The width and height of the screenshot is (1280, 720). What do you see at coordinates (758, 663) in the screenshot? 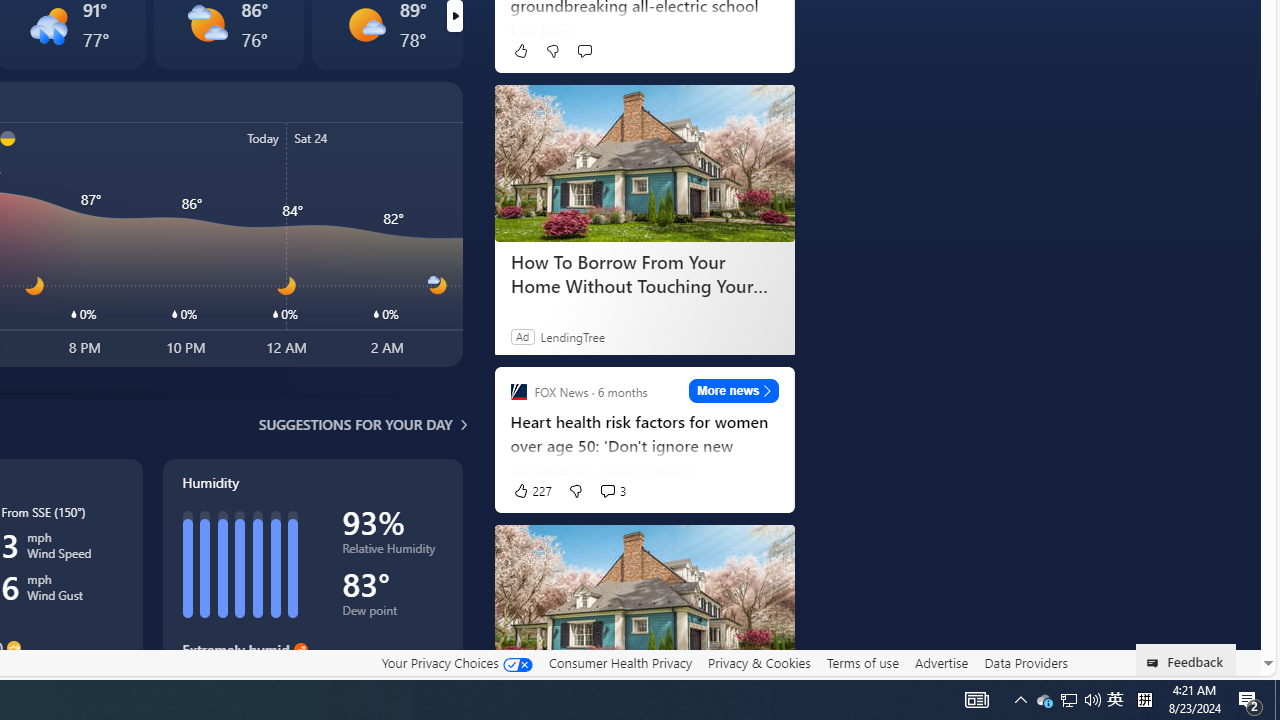
I see `'Privacy & Cookies'` at bounding box center [758, 663].